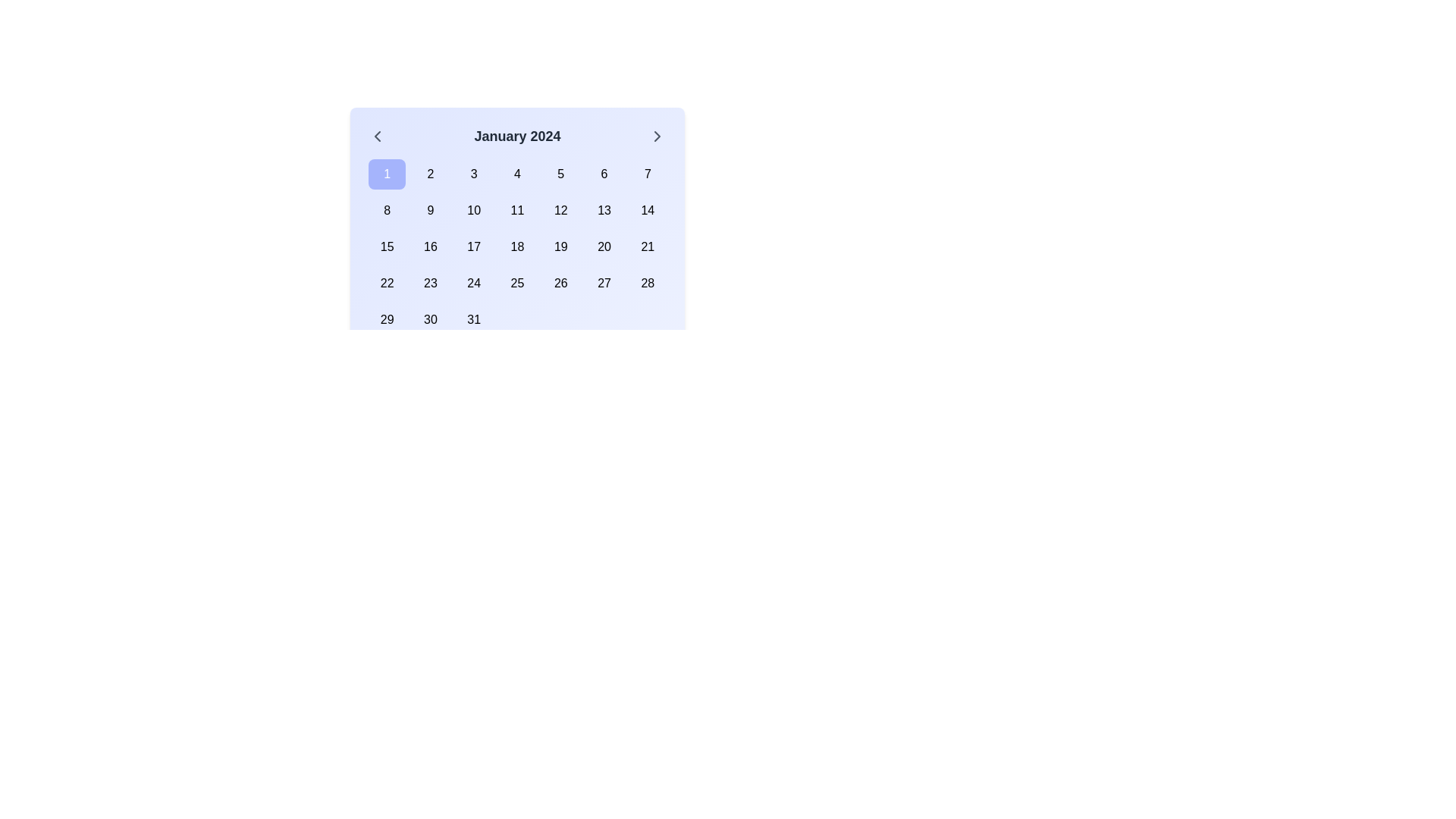  Describe the element at coordinates (429, 284) in the screenshot. I see `the button displaying the number '23' in the calendar grid` at that location.